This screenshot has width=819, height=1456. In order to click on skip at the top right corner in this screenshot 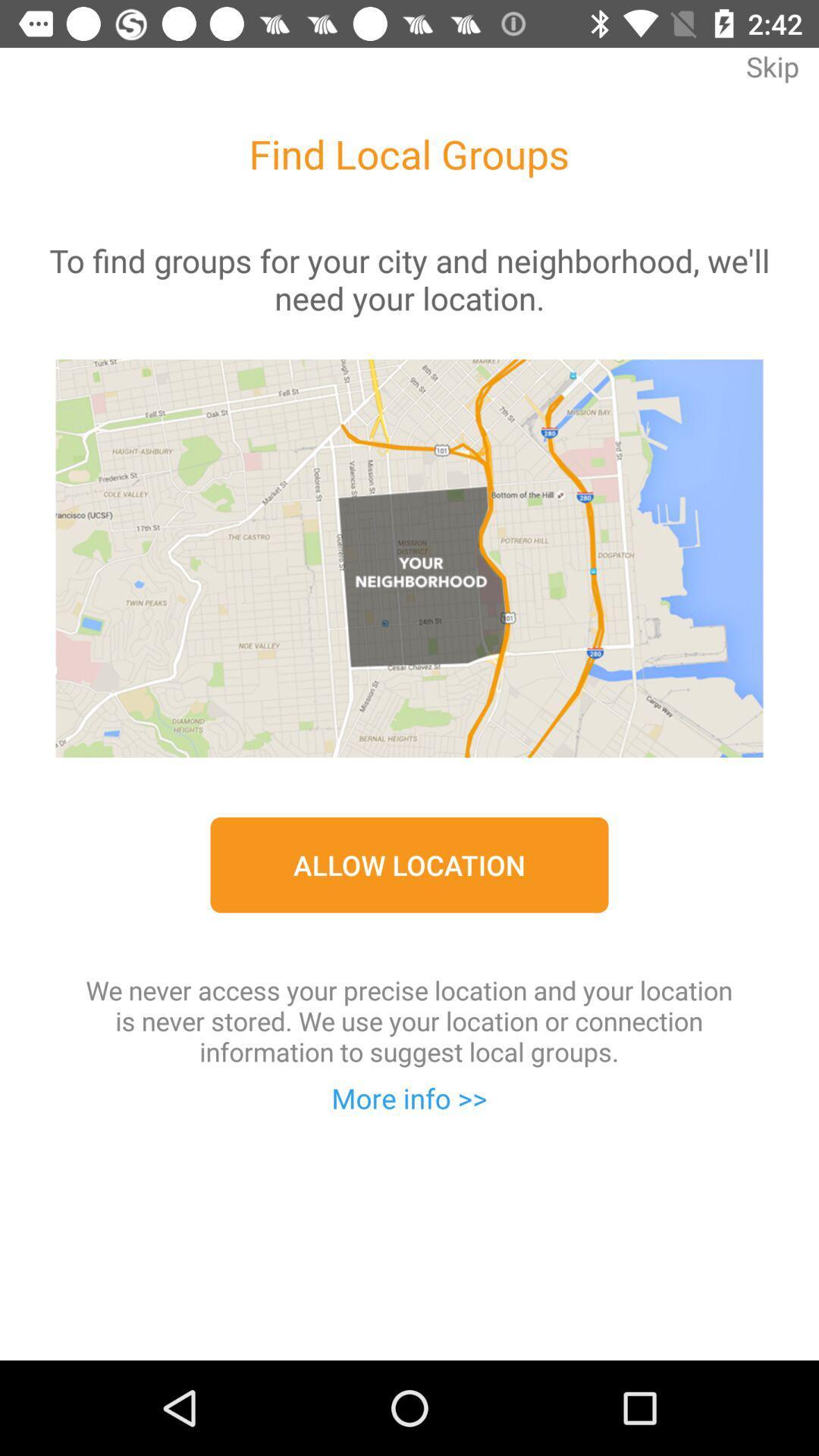, I will do `click(772, 77)`.